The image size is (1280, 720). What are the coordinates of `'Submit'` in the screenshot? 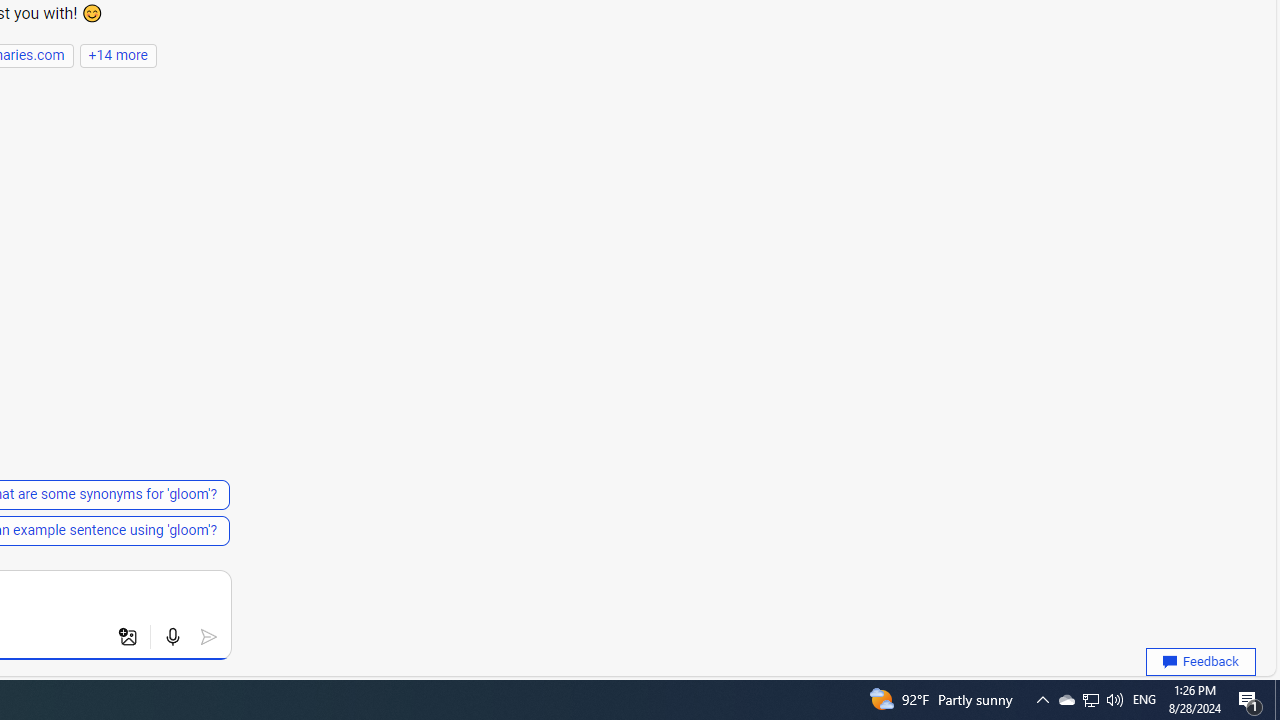 It's located at (208, 637).